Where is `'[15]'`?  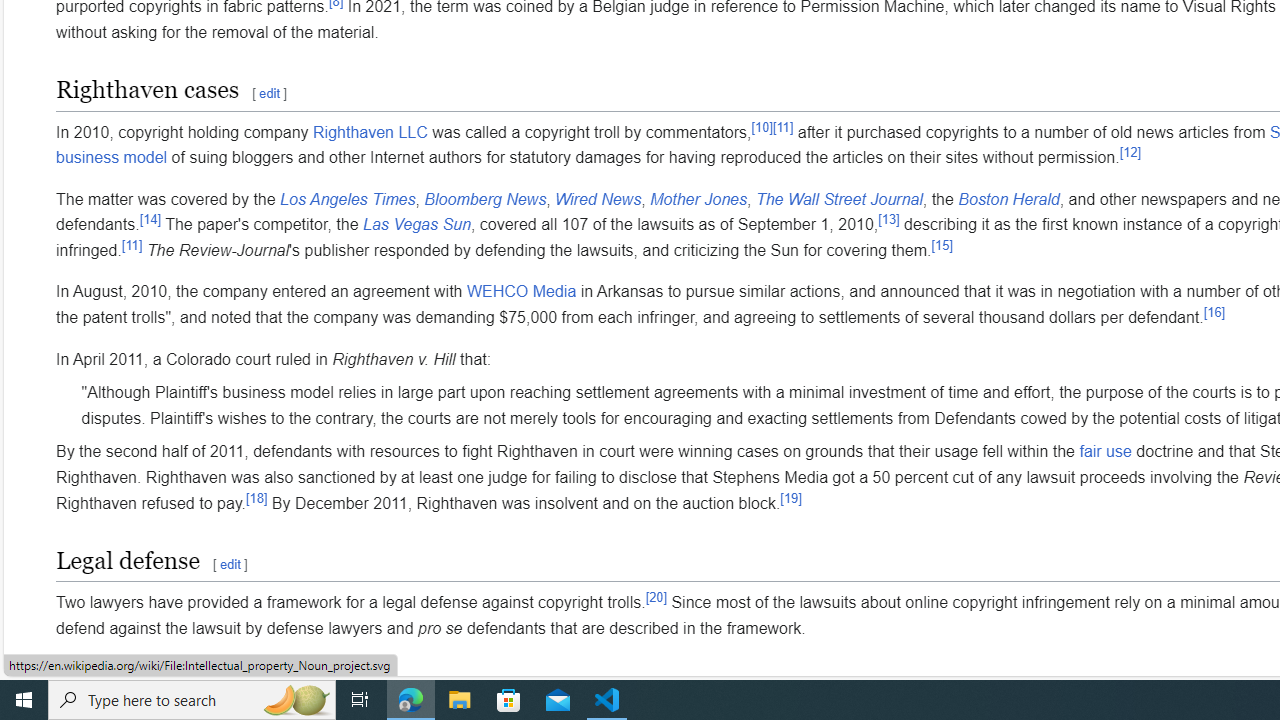 '[15]' is located at coordinates (941, 243).